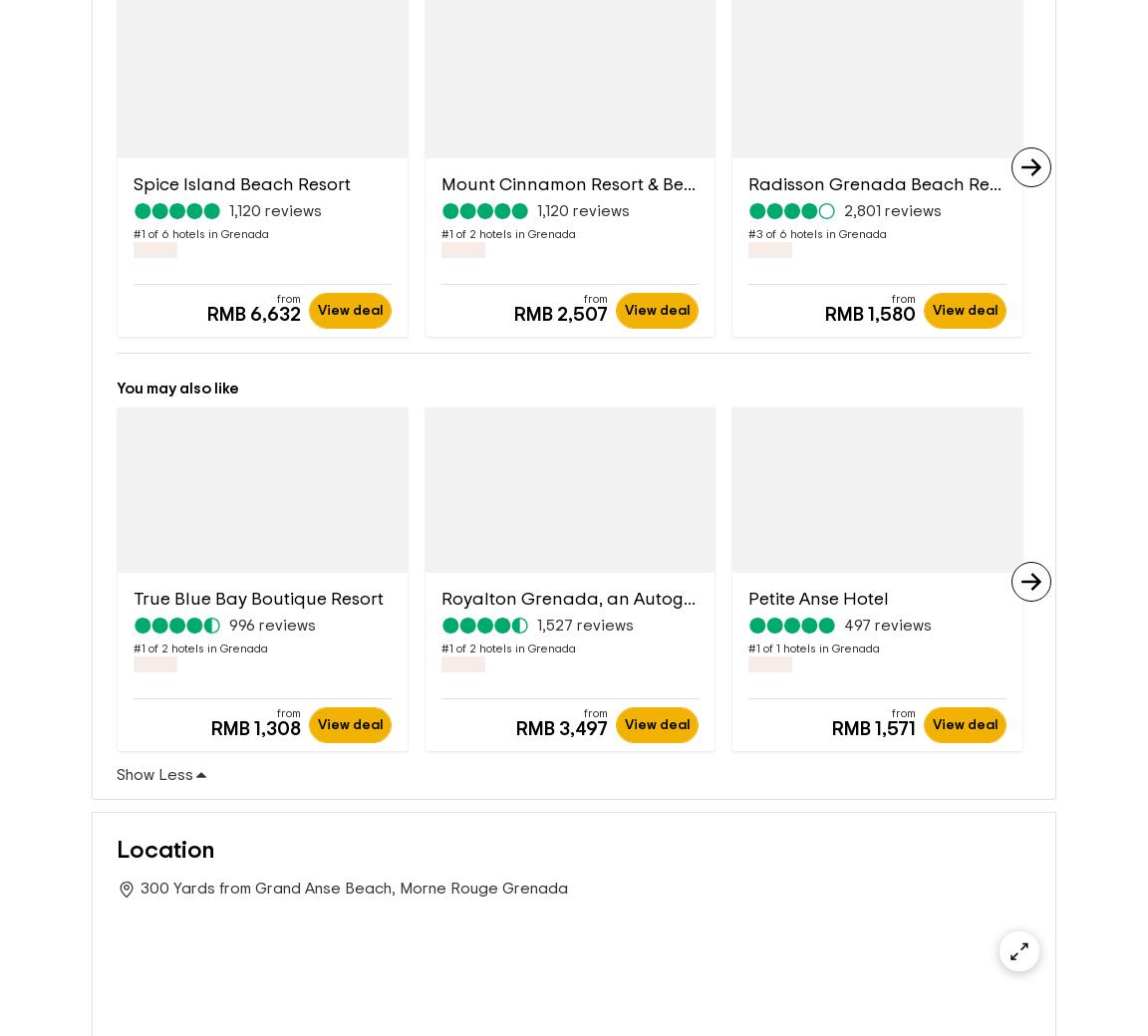 This screenshot has height=1036, width=1148. Describe the element at coordinates (253, 316) in the screenshot. I see `'RMB 6,632'` at that location.